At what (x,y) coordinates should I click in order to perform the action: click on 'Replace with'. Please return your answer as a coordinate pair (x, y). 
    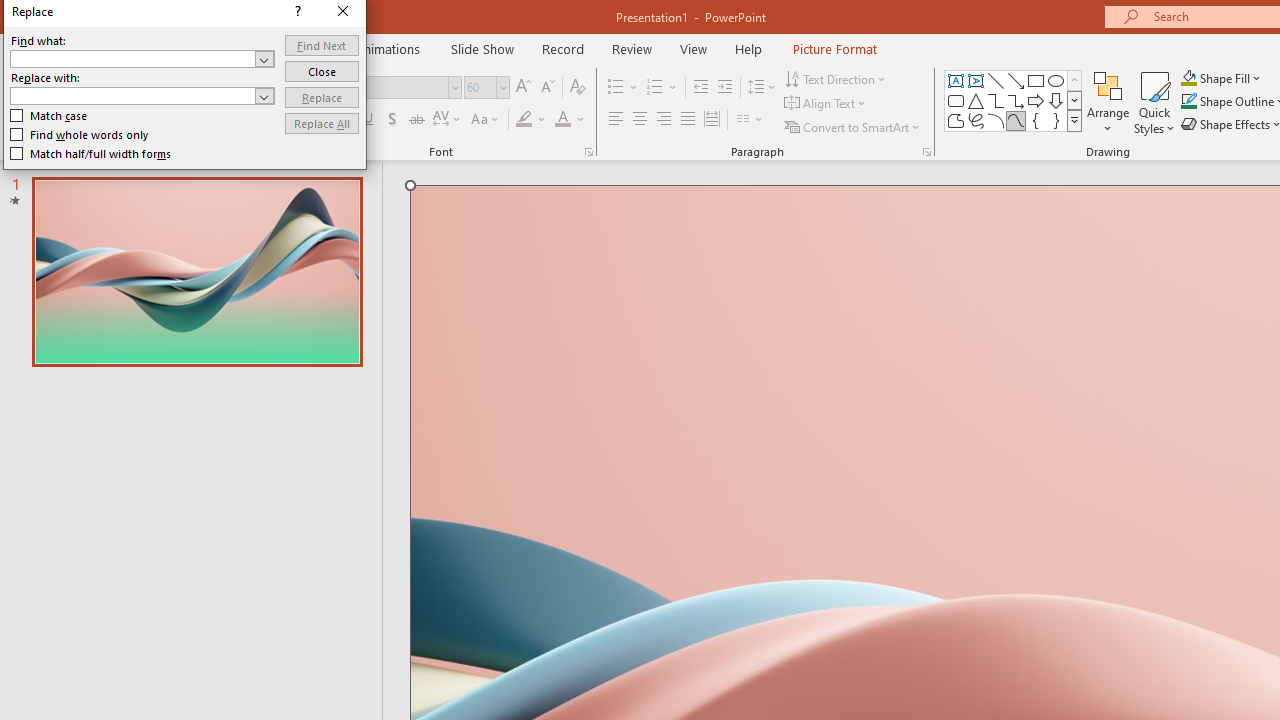
    Looking at the image, I should click on (141, 96).